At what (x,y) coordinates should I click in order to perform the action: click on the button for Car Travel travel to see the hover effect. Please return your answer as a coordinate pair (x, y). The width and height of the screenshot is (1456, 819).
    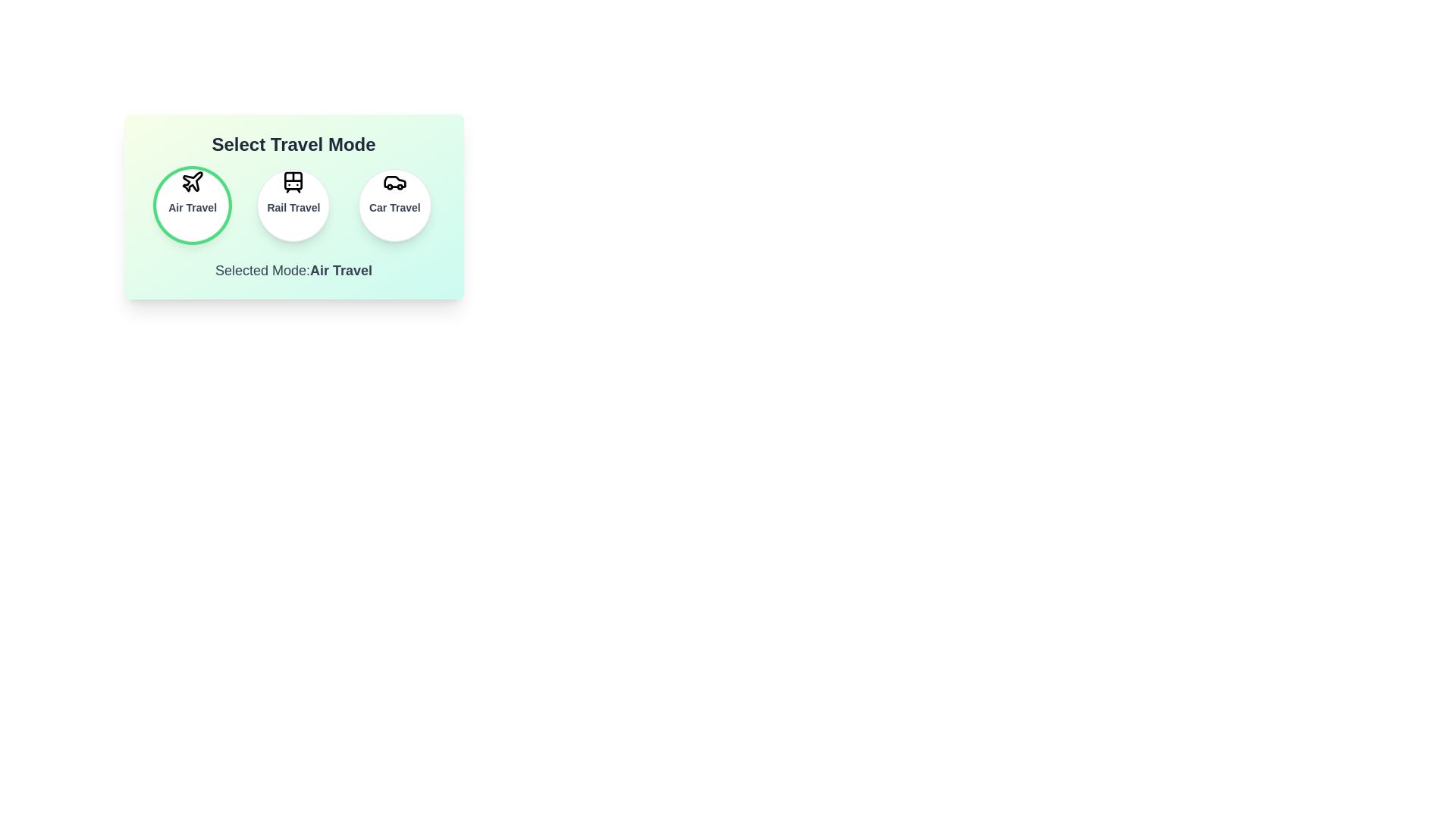
    Looking at the image, I should click on (394, 205).